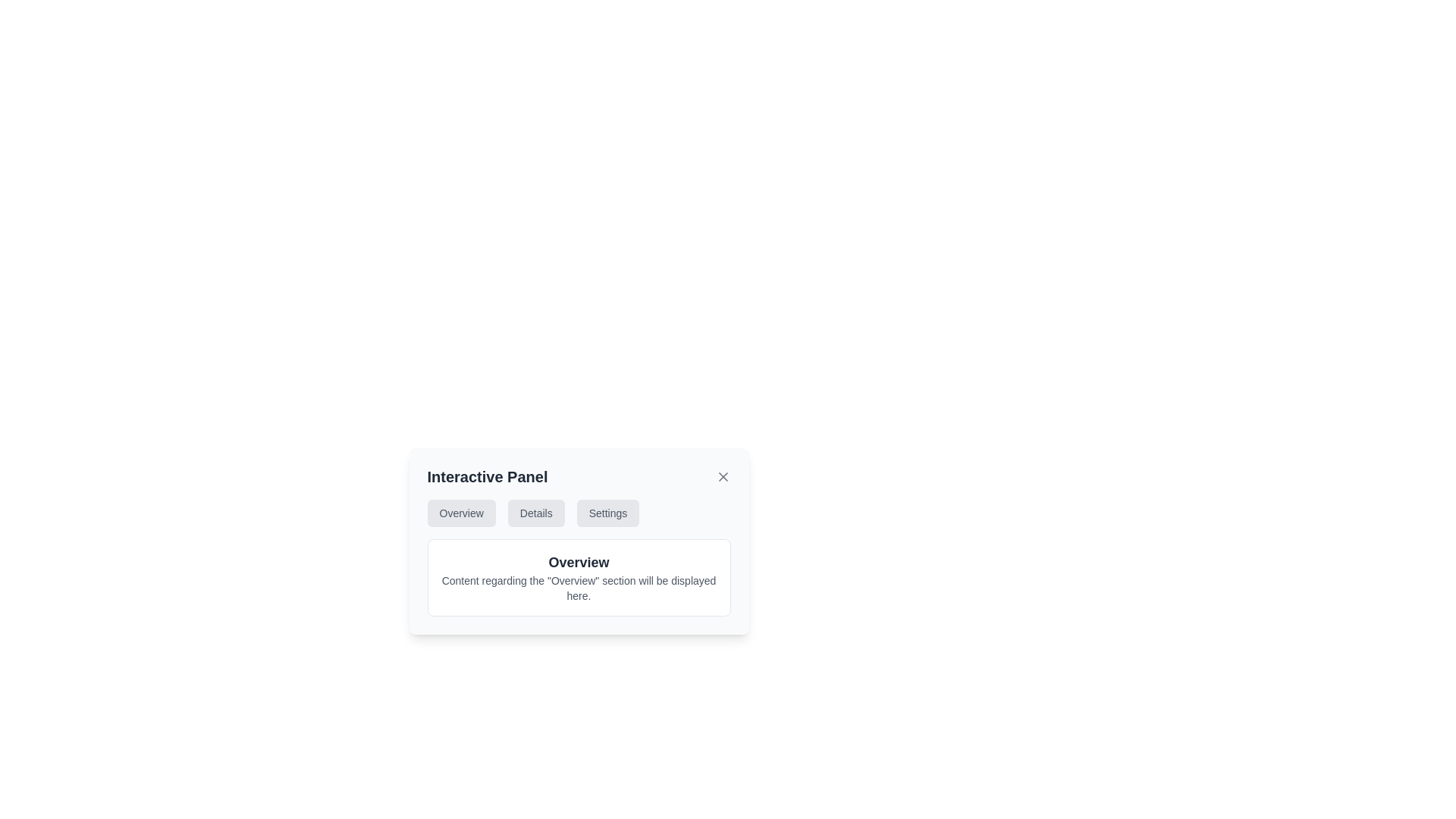 This screenshot has height=819, width=1456. Describe the element at coordinates (607, 513) in the screenshot. I see `the third button in the horizontal group of navigation buttons` at that location.